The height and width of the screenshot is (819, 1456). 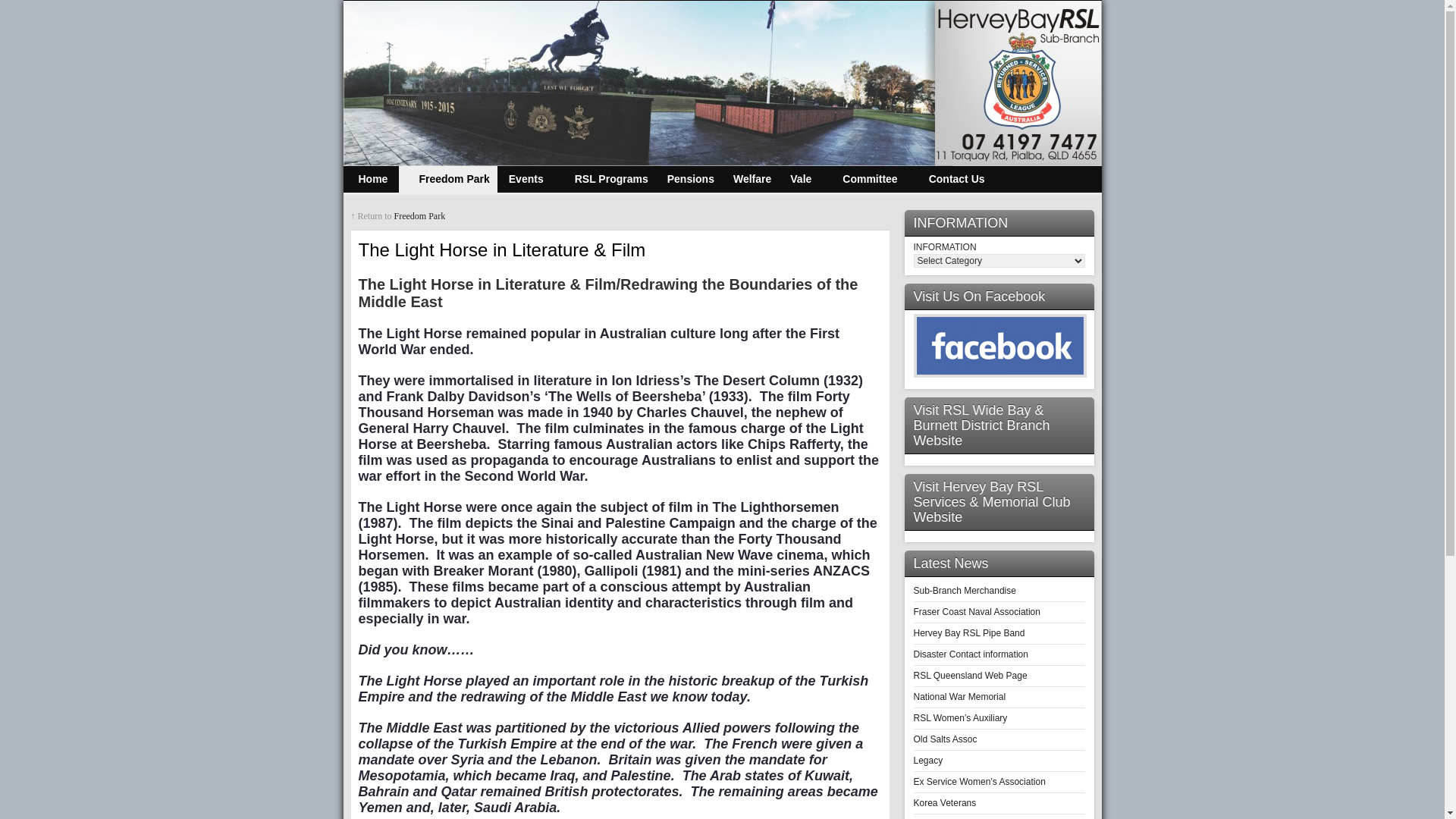 What do you see at coordinates (447, 178) in the screenshot?
I see `'Freedom Park'` at bounding box center [447, 178].